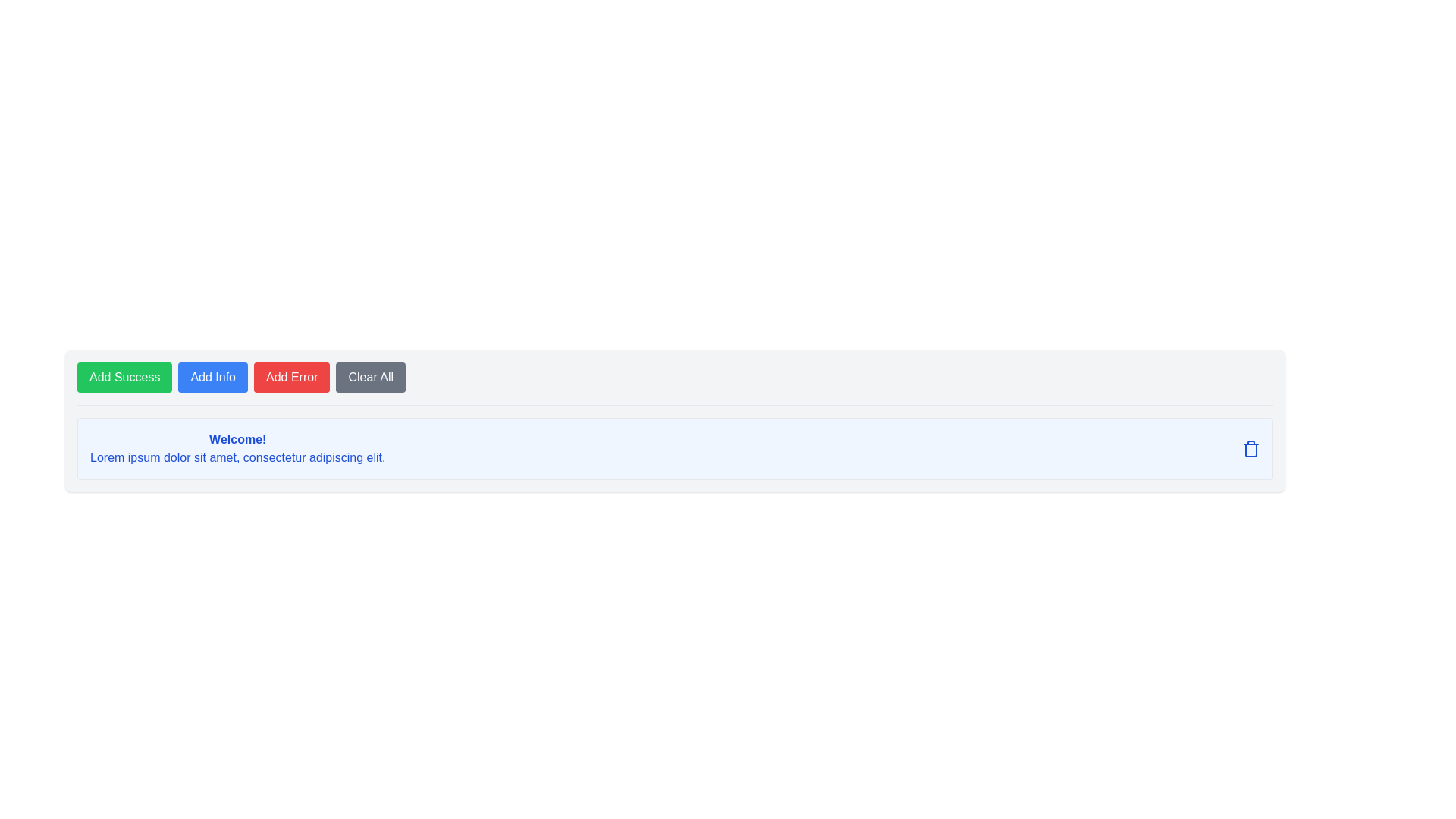  Describe the element at coordinates (124, 376) in the screenshot. I see `the leftmost button in a group of four buttons, which triggers an action related to adding or confirming a 'success' state` at that location.